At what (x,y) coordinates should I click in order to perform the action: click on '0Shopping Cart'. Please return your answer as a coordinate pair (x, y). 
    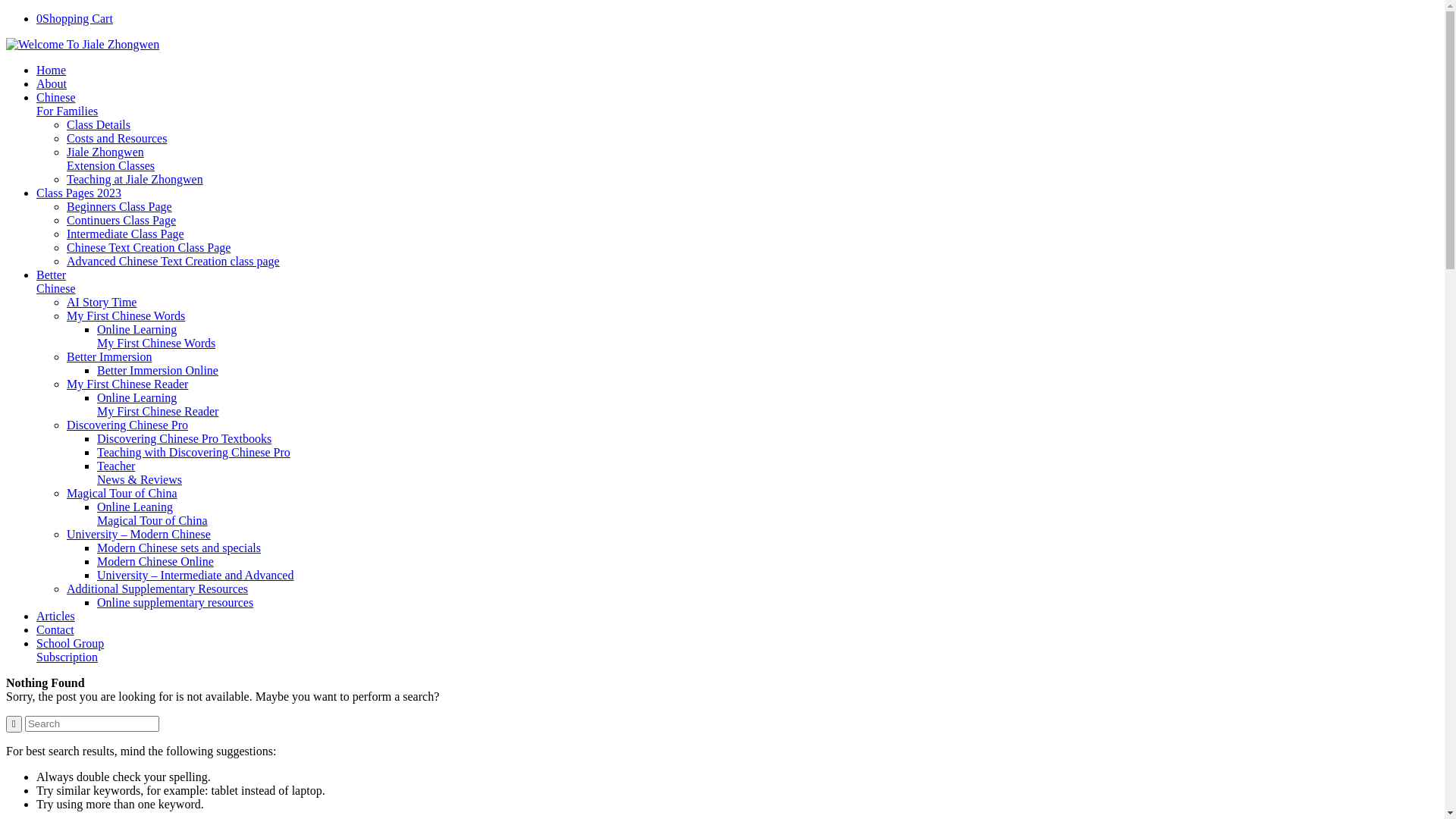
    Looking at the image, I should click on (36, 18).